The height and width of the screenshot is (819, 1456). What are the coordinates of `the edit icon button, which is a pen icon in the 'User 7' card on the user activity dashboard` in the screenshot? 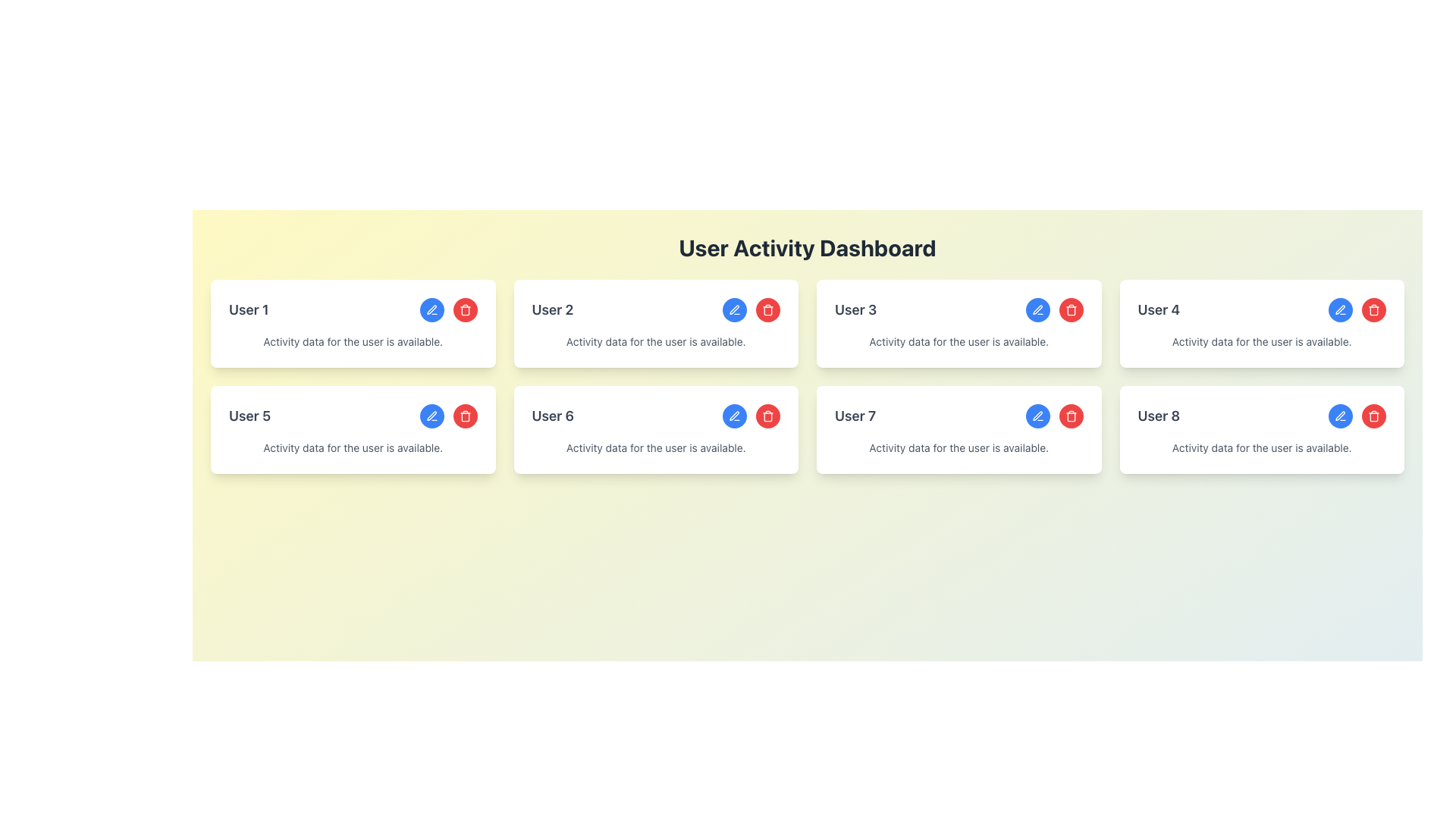 It's located at (1037, 415).